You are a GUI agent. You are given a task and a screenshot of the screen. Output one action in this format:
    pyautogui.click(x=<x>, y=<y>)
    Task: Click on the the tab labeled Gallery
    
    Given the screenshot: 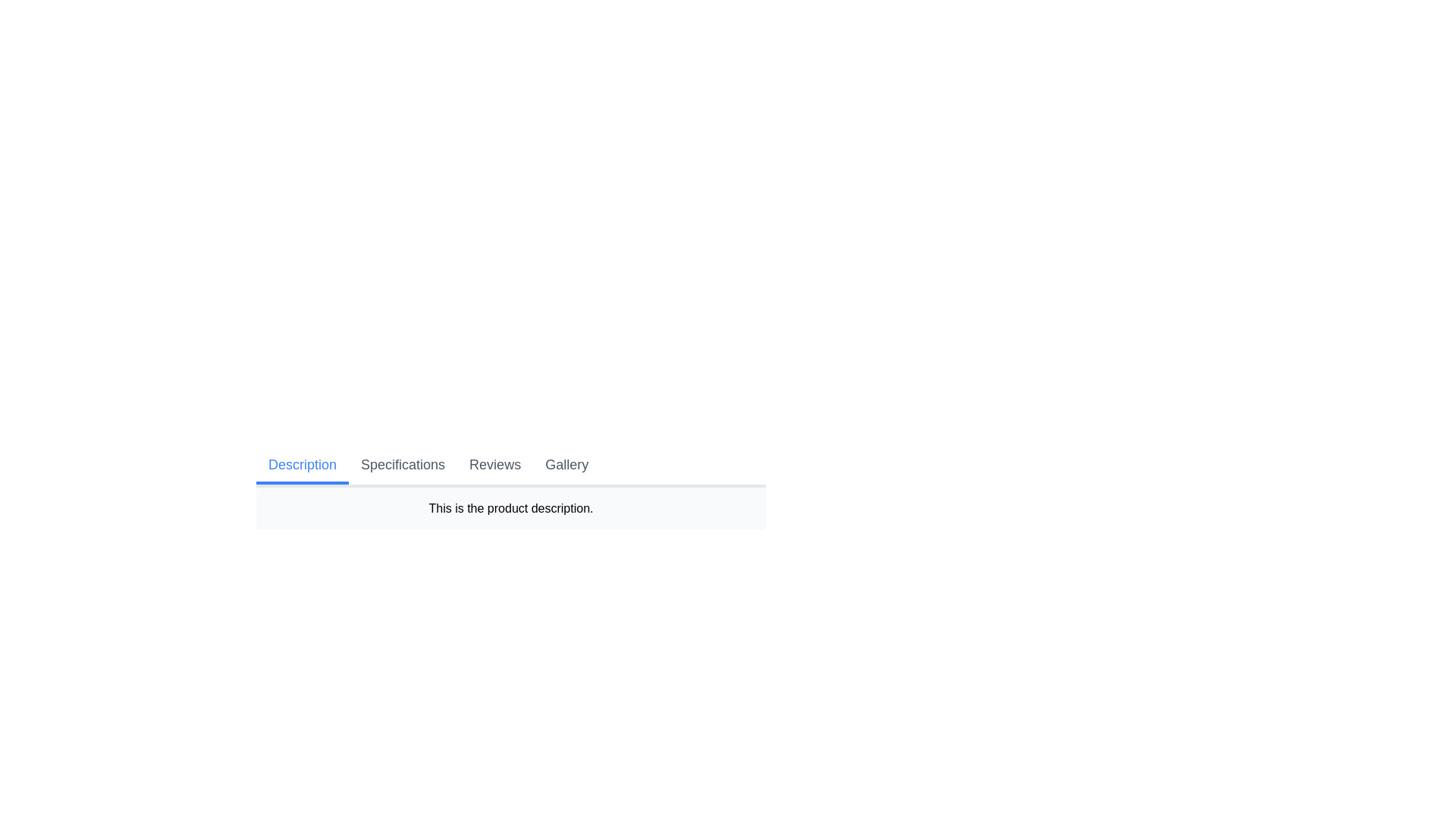 What is the action you would take?
    pyautogui.click(x=566, y=465)
    